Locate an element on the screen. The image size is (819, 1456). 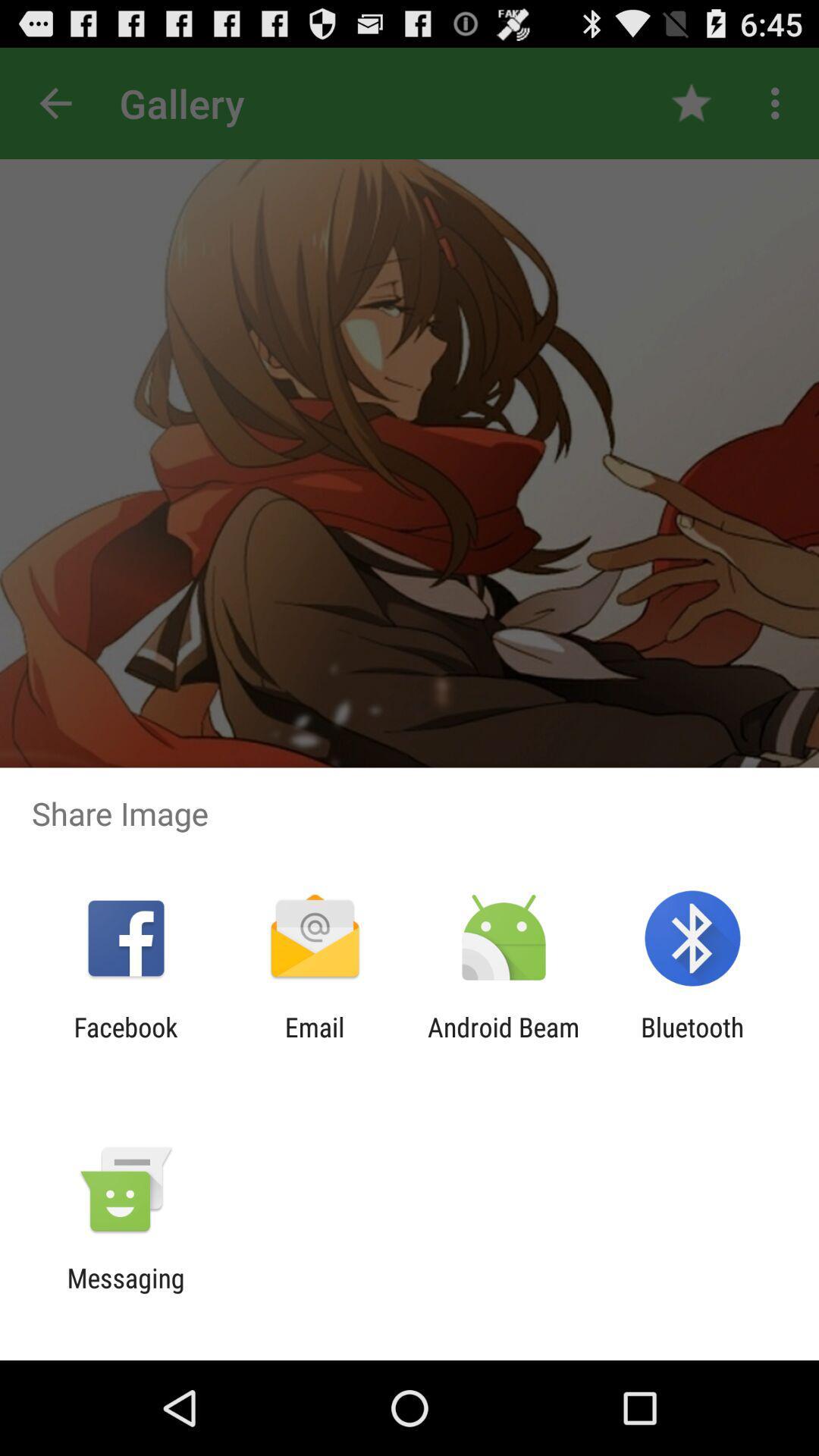
app to the left of the email is located at coordinates (125, 1042).